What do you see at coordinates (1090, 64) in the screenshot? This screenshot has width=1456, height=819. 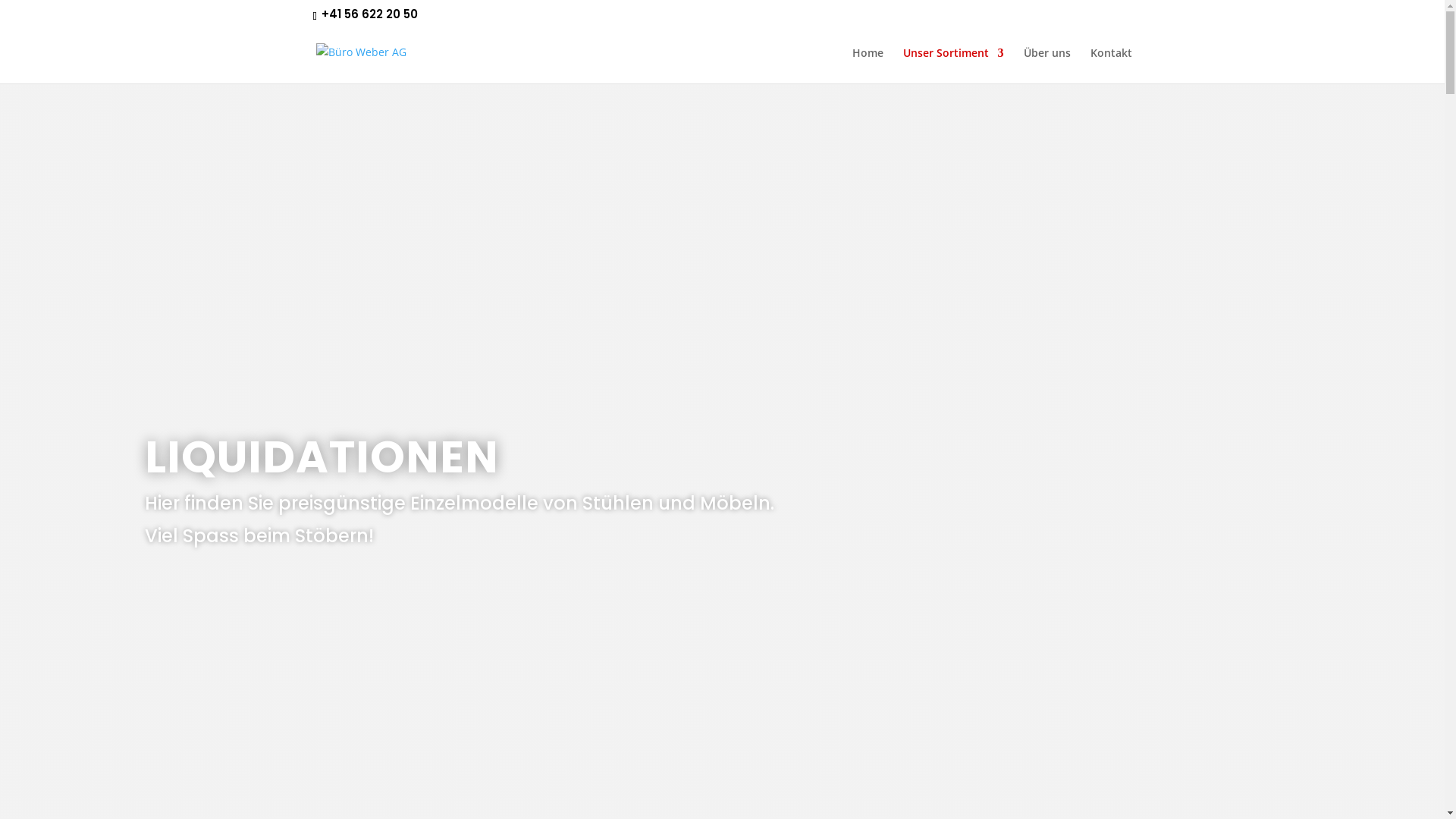 I see `'Kontakt'` at bounding box center [1090, 64].